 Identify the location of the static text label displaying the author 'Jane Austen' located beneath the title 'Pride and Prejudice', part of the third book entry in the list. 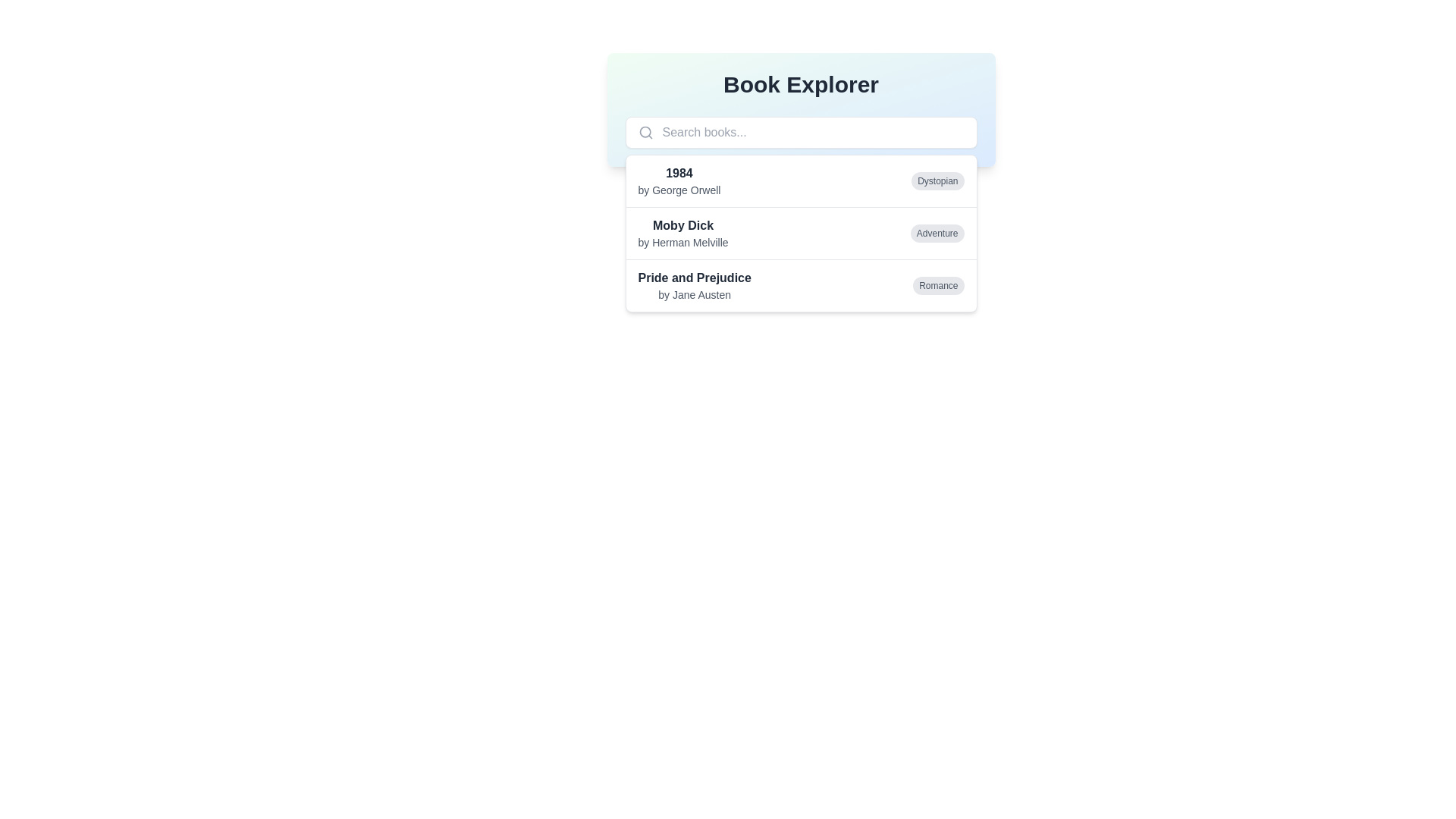
(694, 295).